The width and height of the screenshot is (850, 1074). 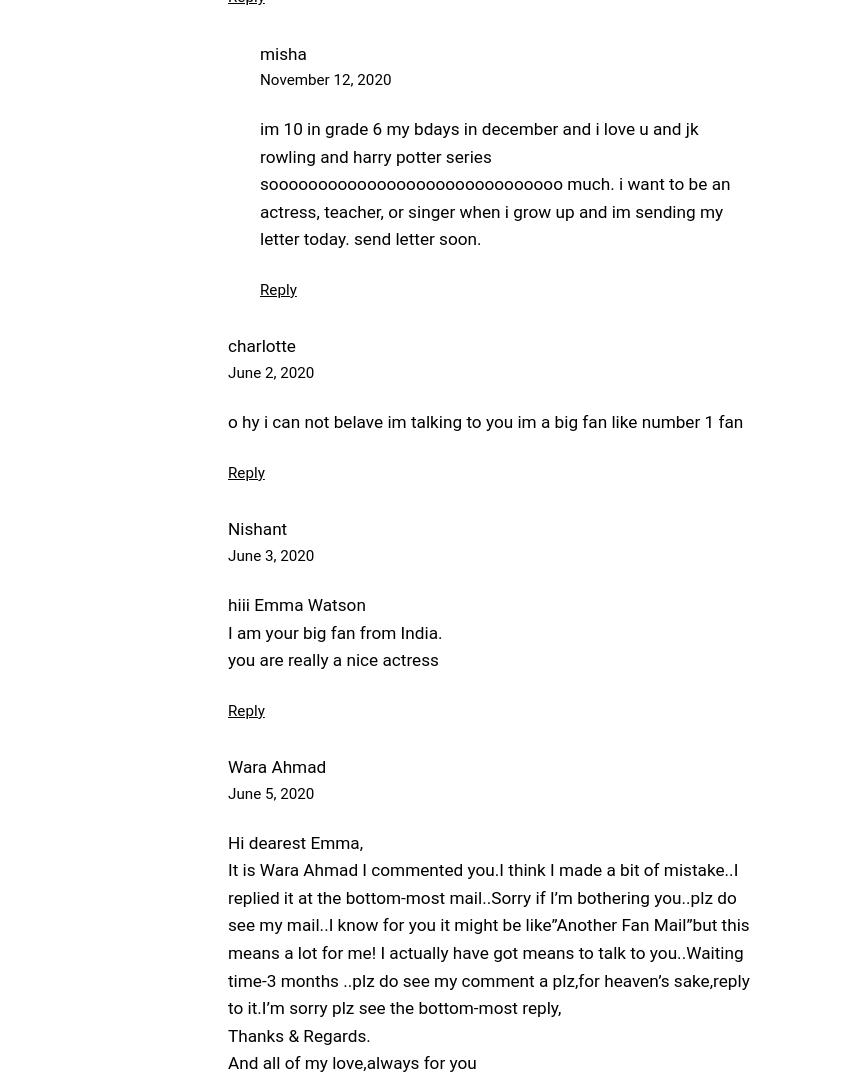 What do you see at coordinates (259, 80) in the screenshot?
I see `'November 12, 2020'` at bounding box center [259, 80].